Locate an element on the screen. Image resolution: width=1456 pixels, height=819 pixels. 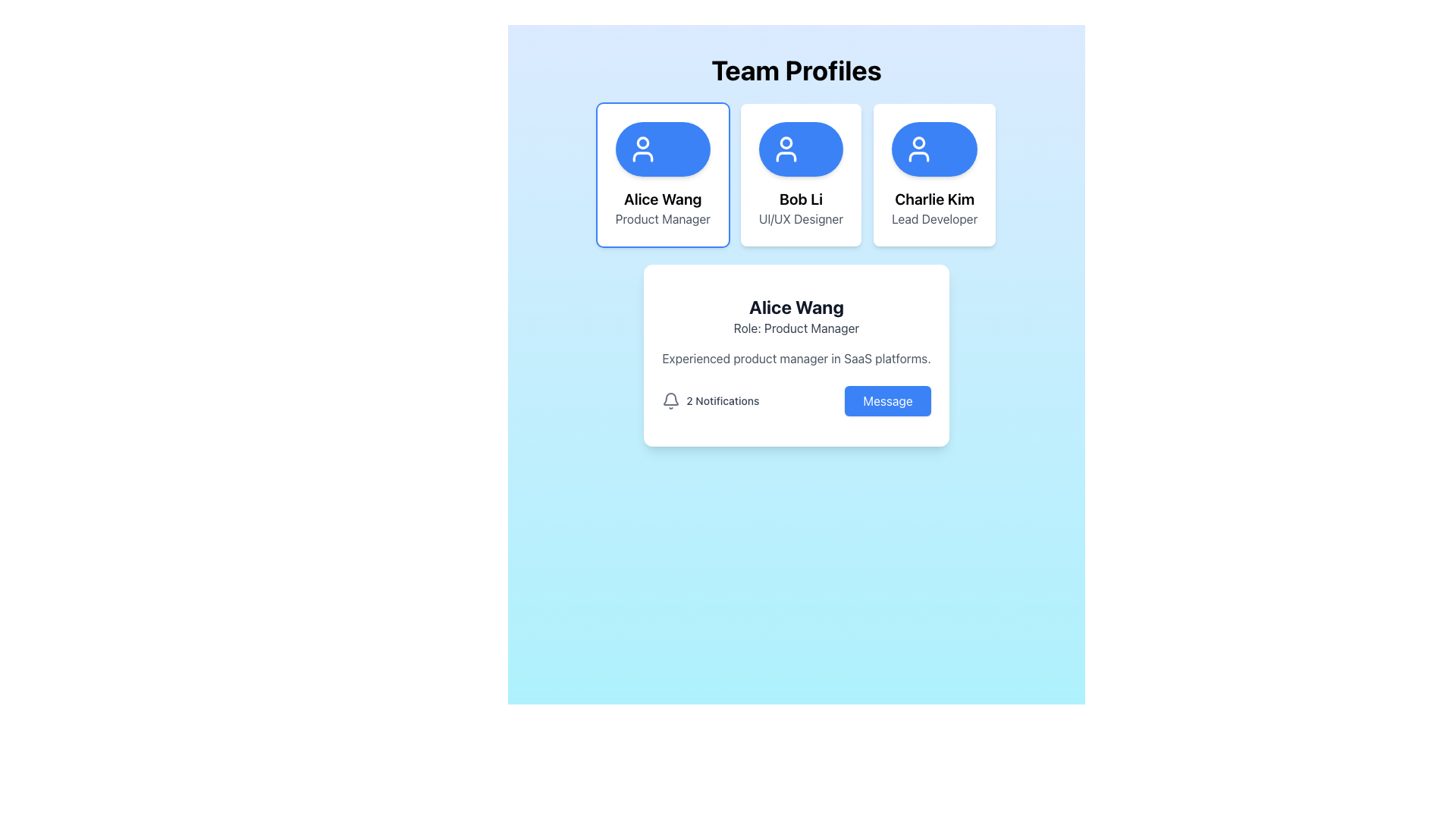
the user avatar icon located centrally within the blue button of the card labeled 'Alice Wang - Product Manager' under the 'Team Profiles' heading is located at coordinates (642, 149).